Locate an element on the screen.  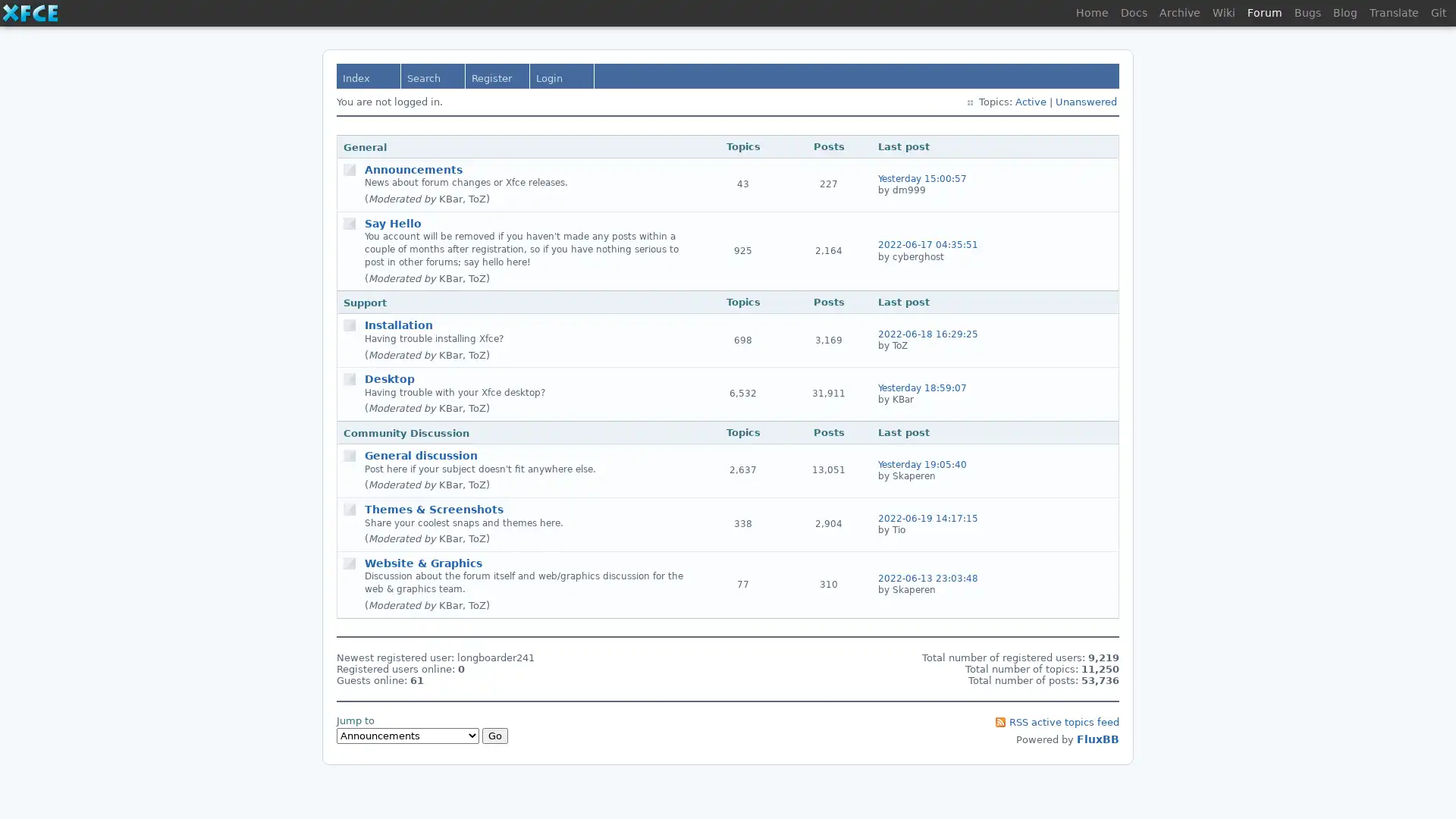
Go is located at coordinates (494, 734).